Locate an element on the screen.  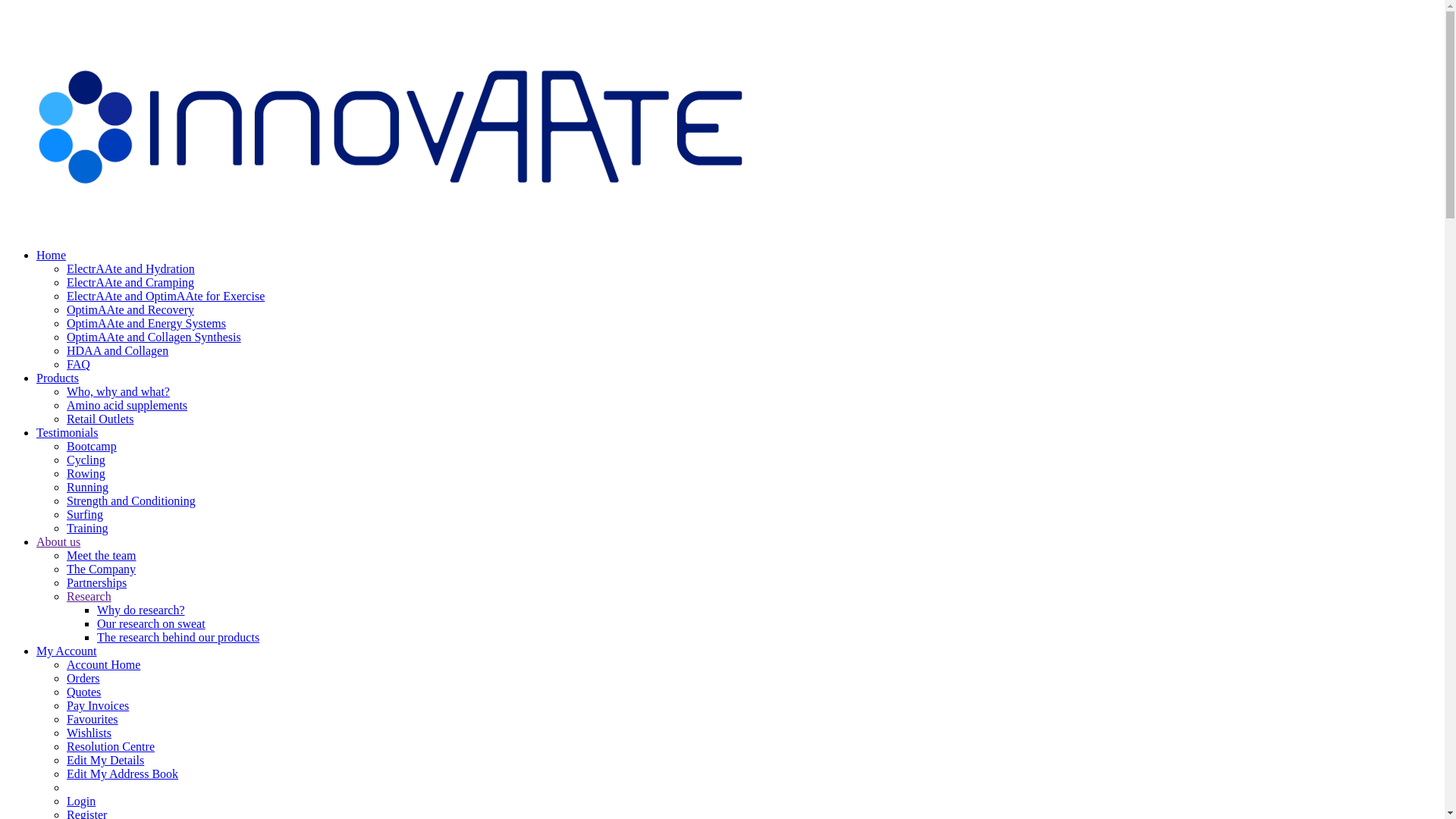
'Orders' is located at coordinates (65, 677).